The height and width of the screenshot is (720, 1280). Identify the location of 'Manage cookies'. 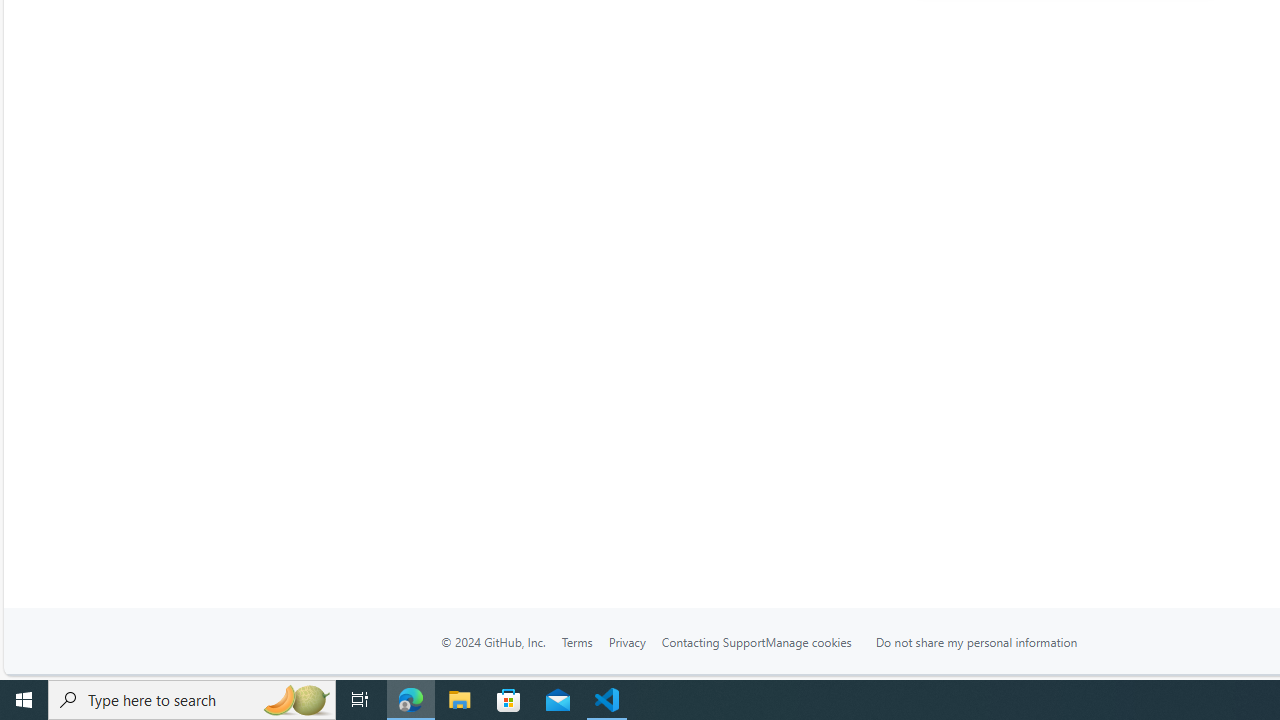
(808, 641).